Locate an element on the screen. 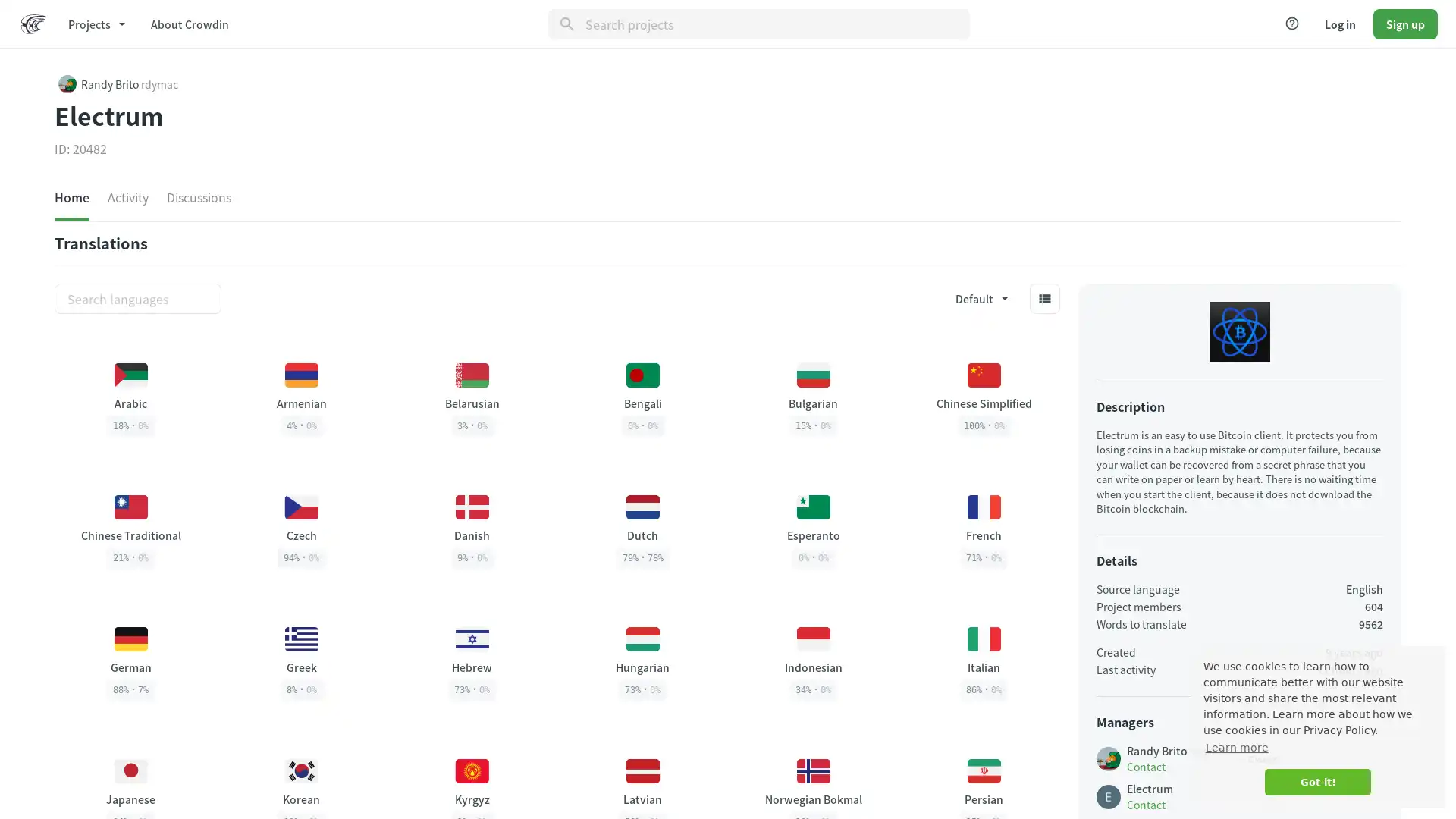  learn more about cookies is located at coordinates (1236, 747).